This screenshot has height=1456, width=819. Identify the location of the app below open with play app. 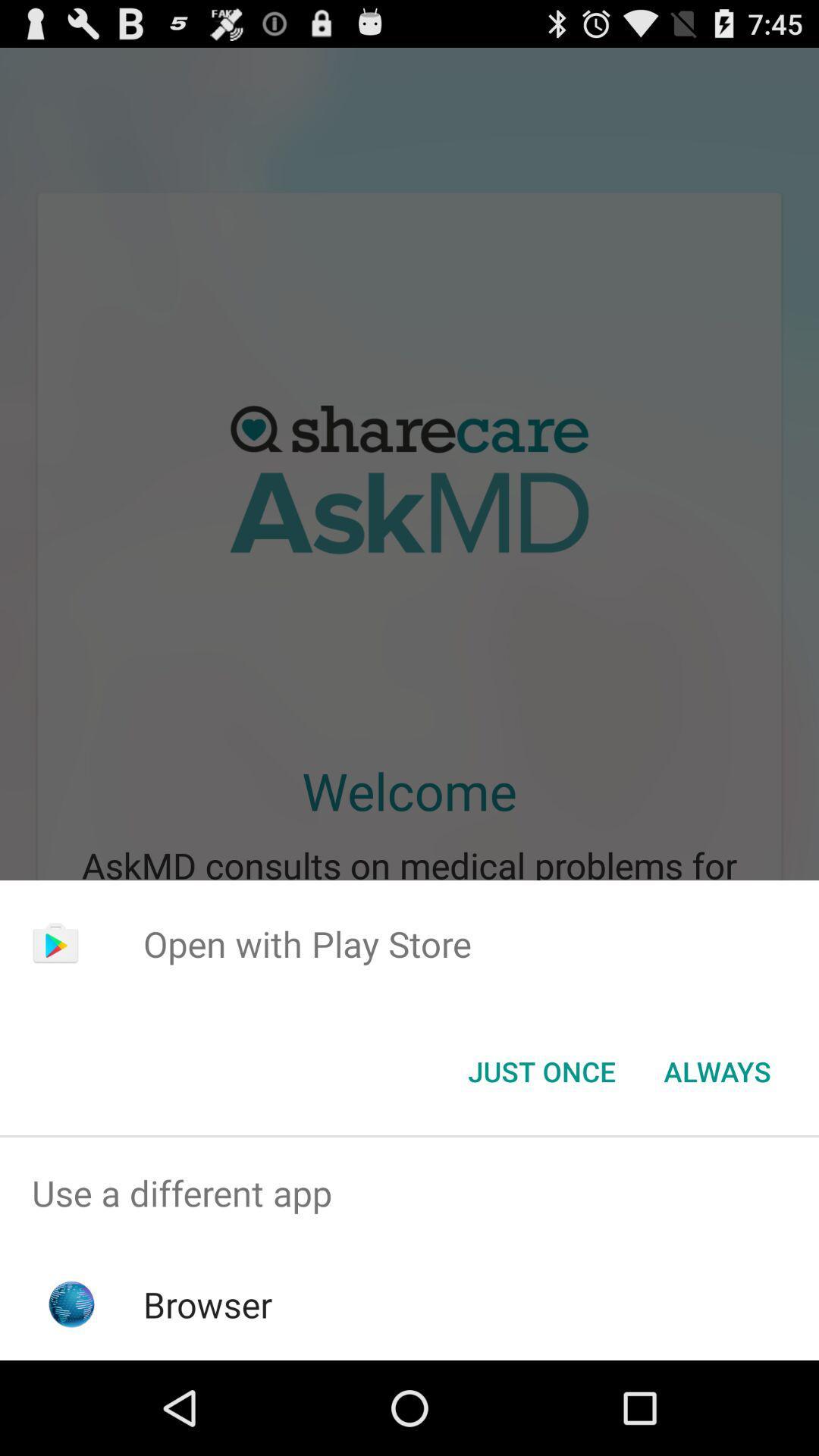
(717, 1070).